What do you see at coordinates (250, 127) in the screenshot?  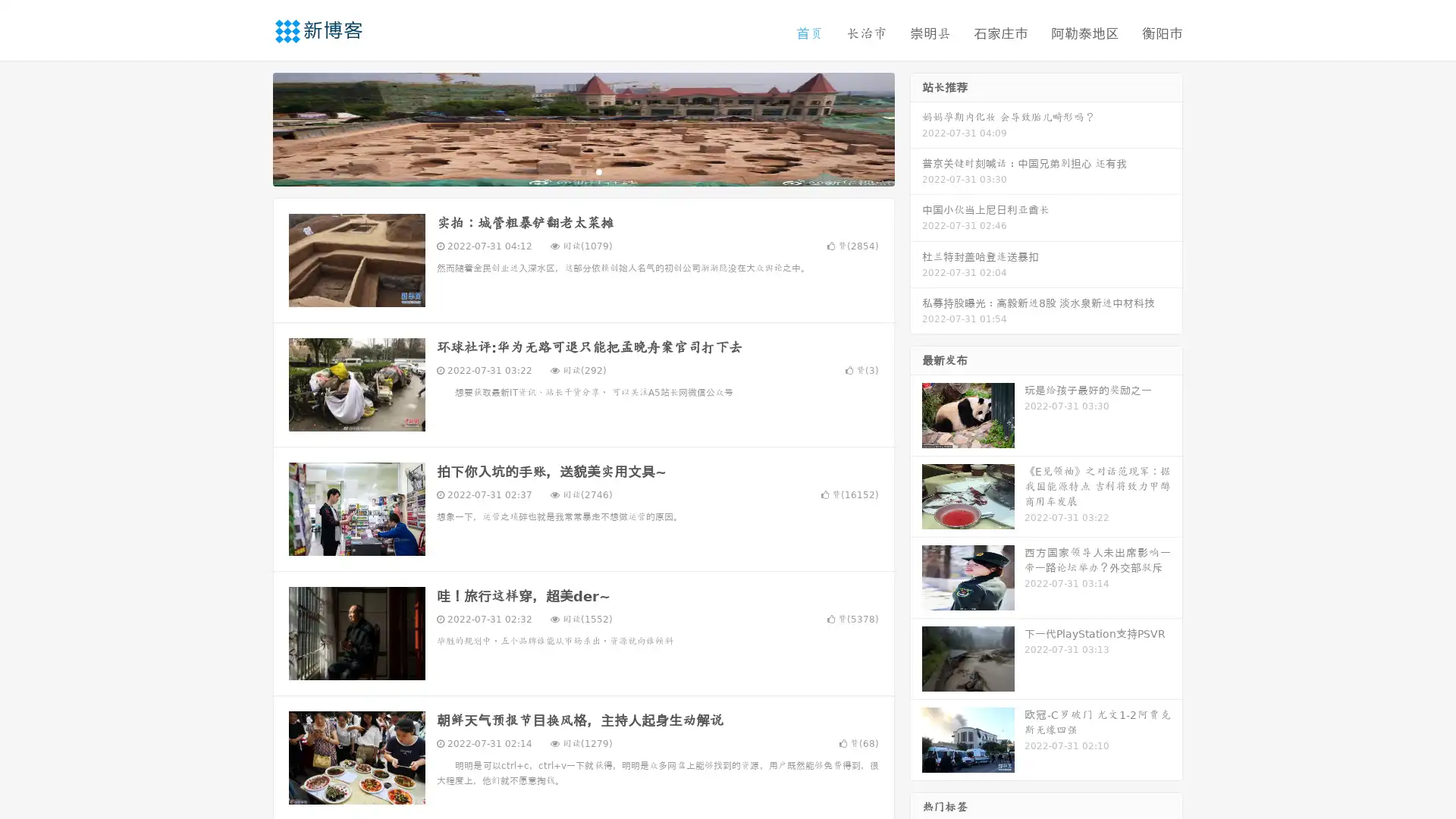 I see `Previous slide` at bounding box center [250, 127].